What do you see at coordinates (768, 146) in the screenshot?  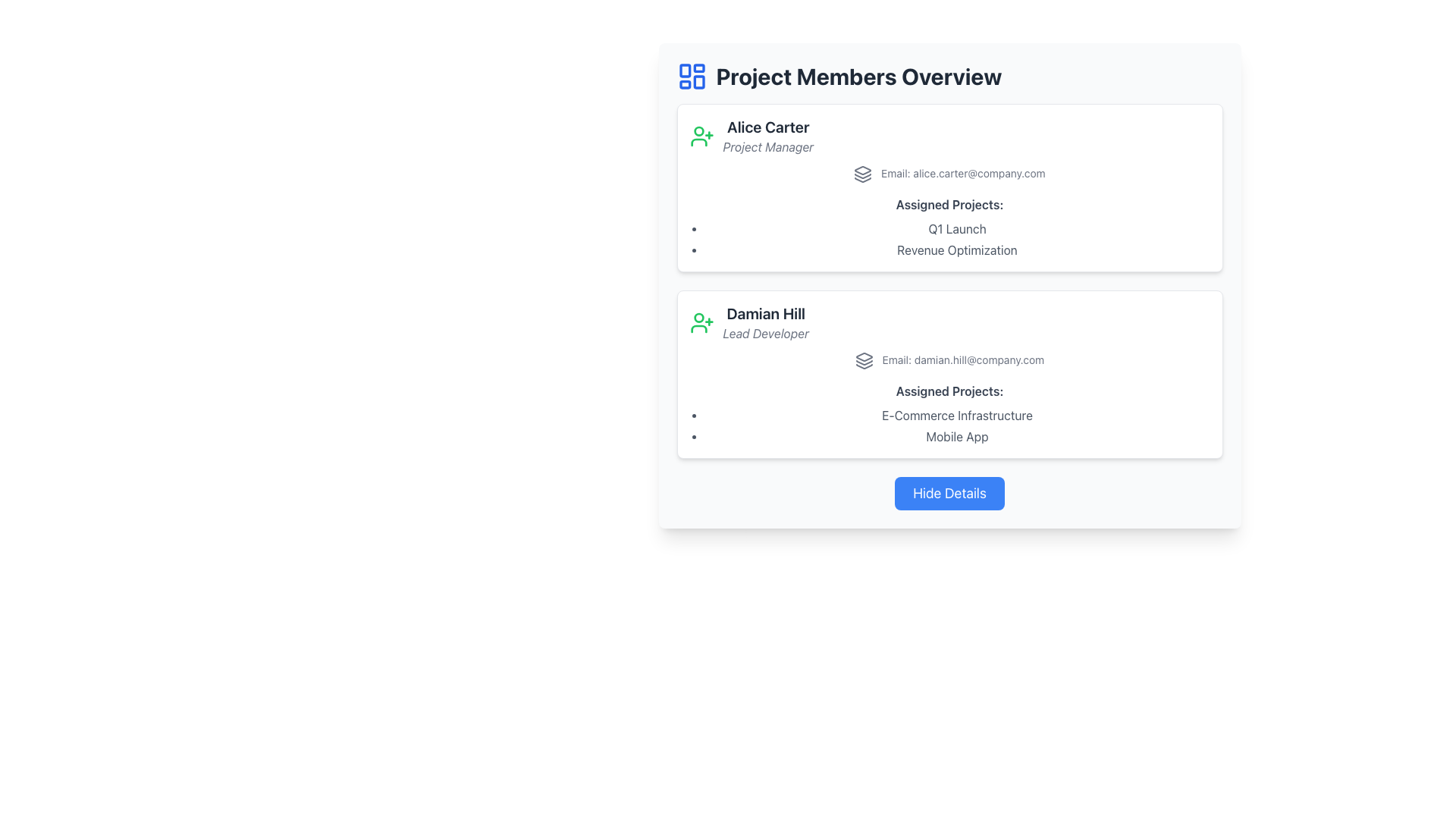 I see `the text element displaying 'Project Manager' which is located below 'Alice Carter' in the information card about Alice Carter` at bounding box center [768, 146].